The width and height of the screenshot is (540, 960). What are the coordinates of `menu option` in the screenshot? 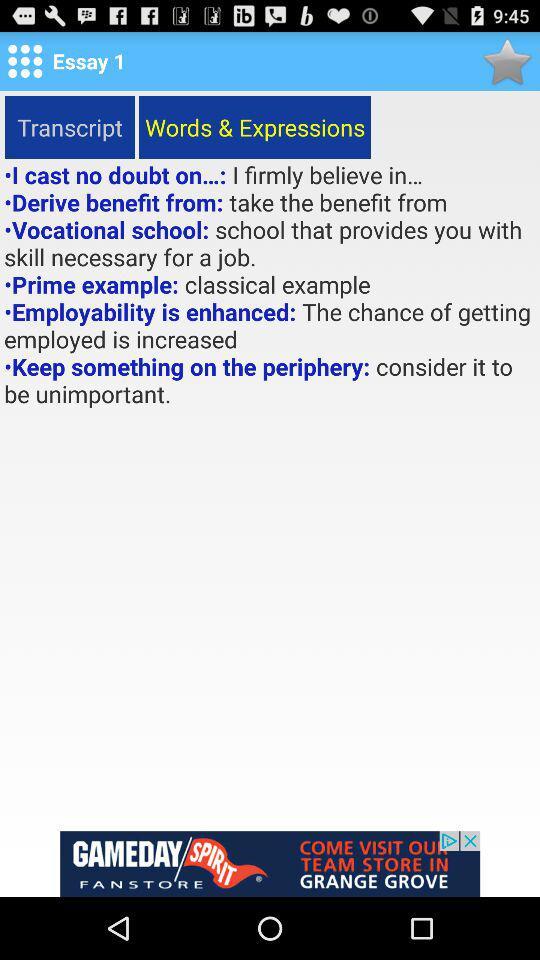 It's located at (24, 61).